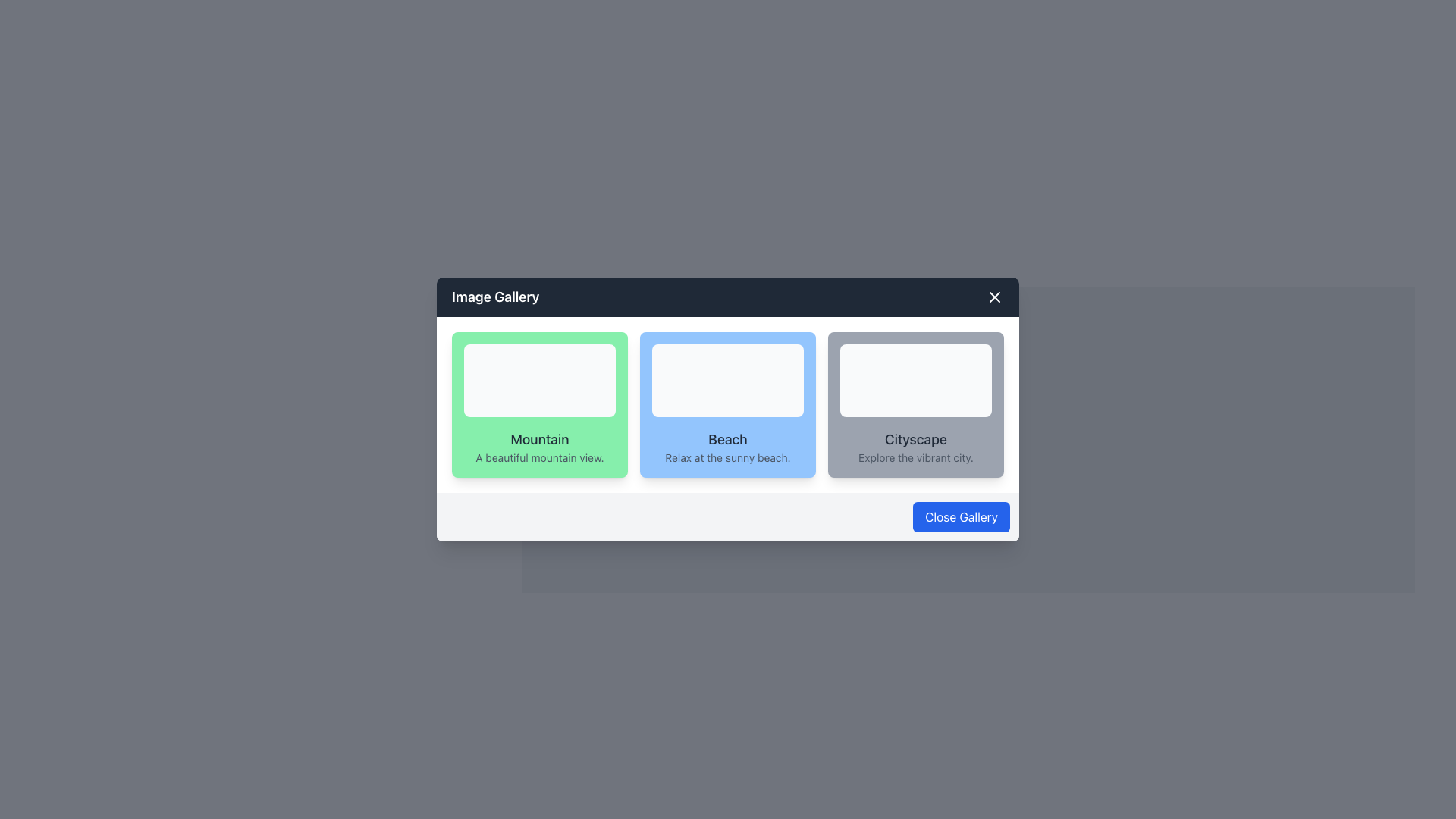 The image size is (1456, 819). What do you see at coordinates (728, 457) in the screenshot?
I see `the static text element that describes the 'Beach' card, which is positioned at the bottom of the light blue card, below the title and image placeholder` at bounding box center [728, 457].